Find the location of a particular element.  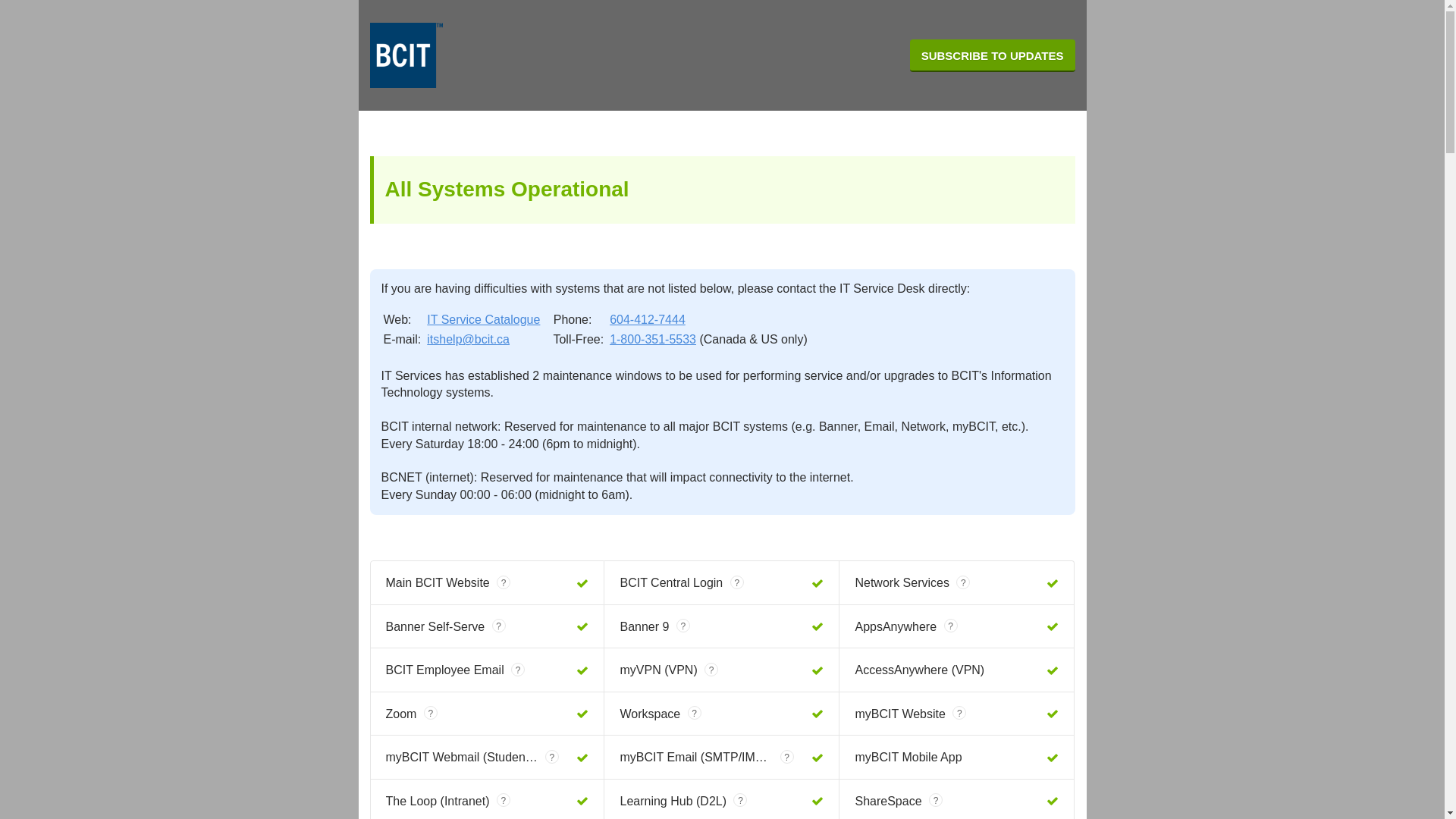

'IT Service Catalogue' is located at coordinates (482, 318).